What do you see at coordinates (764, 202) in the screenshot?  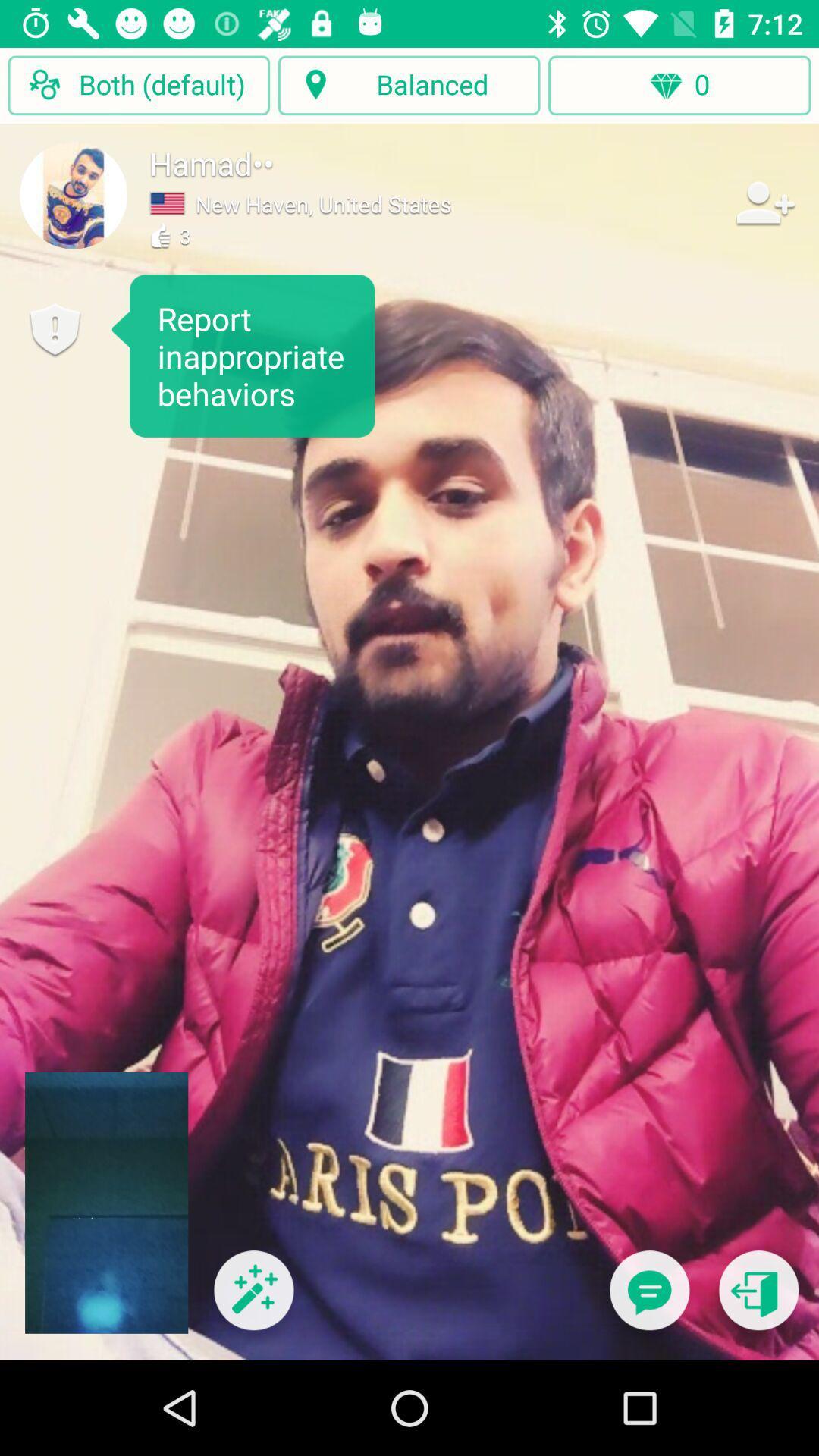 I see `item to the right of new haven united item` at bounding box center [764, 202].